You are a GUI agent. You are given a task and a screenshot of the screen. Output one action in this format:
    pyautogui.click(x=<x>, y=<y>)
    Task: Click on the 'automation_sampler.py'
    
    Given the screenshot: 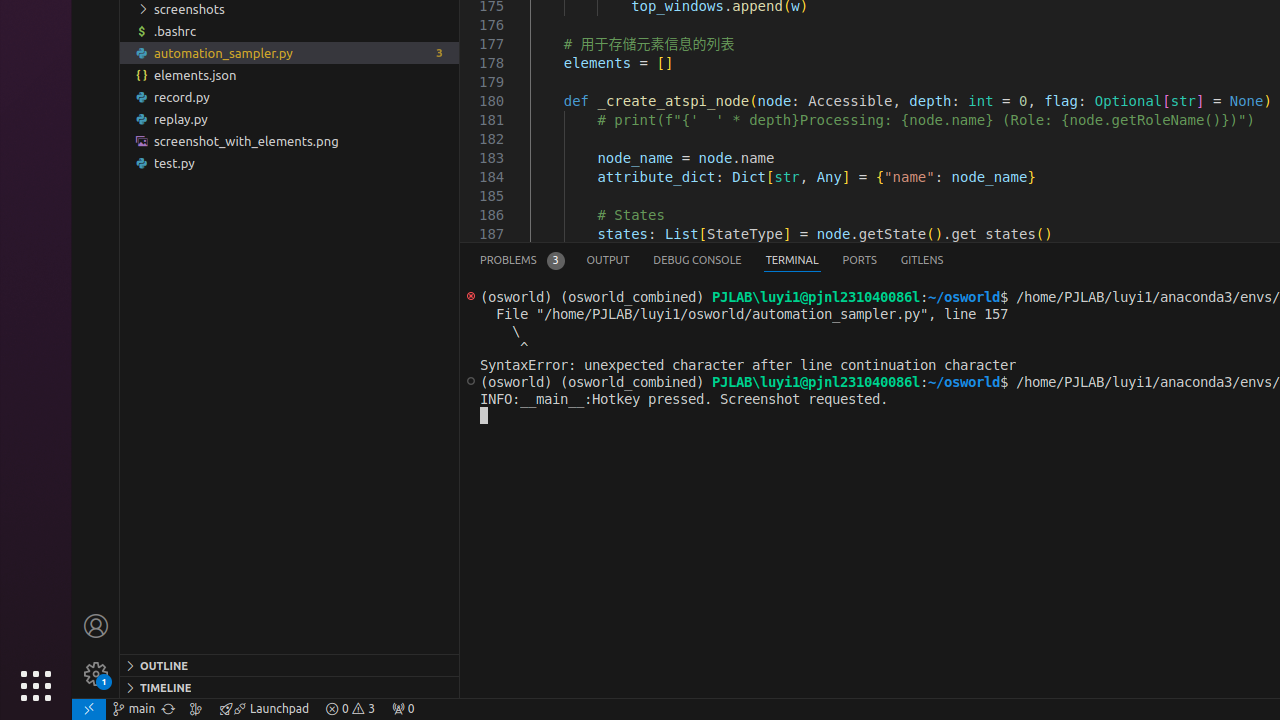 What is the action you would take?
    pyautogui.click(x=288, y=51)
    